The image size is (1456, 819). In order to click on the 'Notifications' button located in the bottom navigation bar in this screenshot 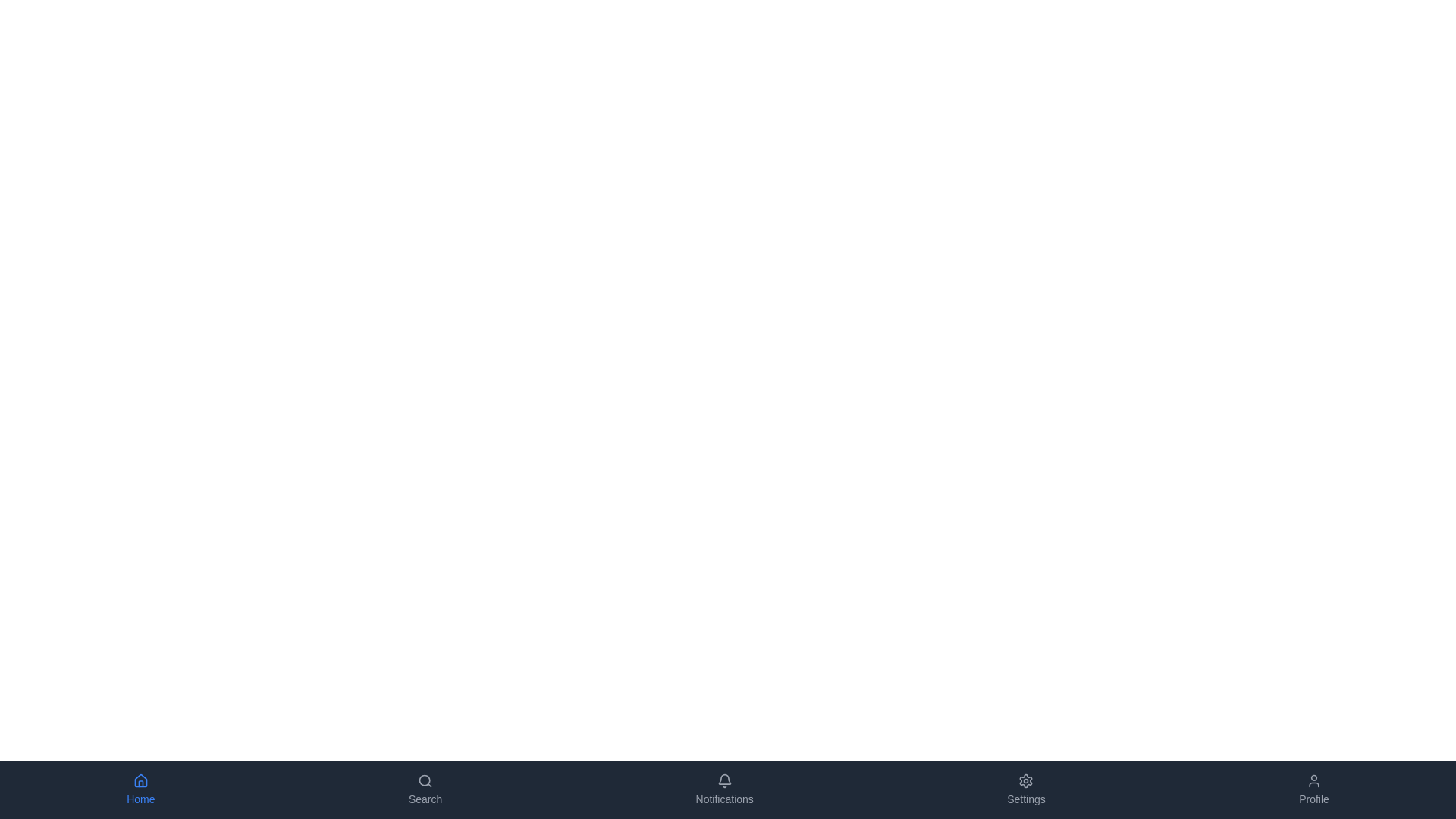, I will do `click(723, 789)`.